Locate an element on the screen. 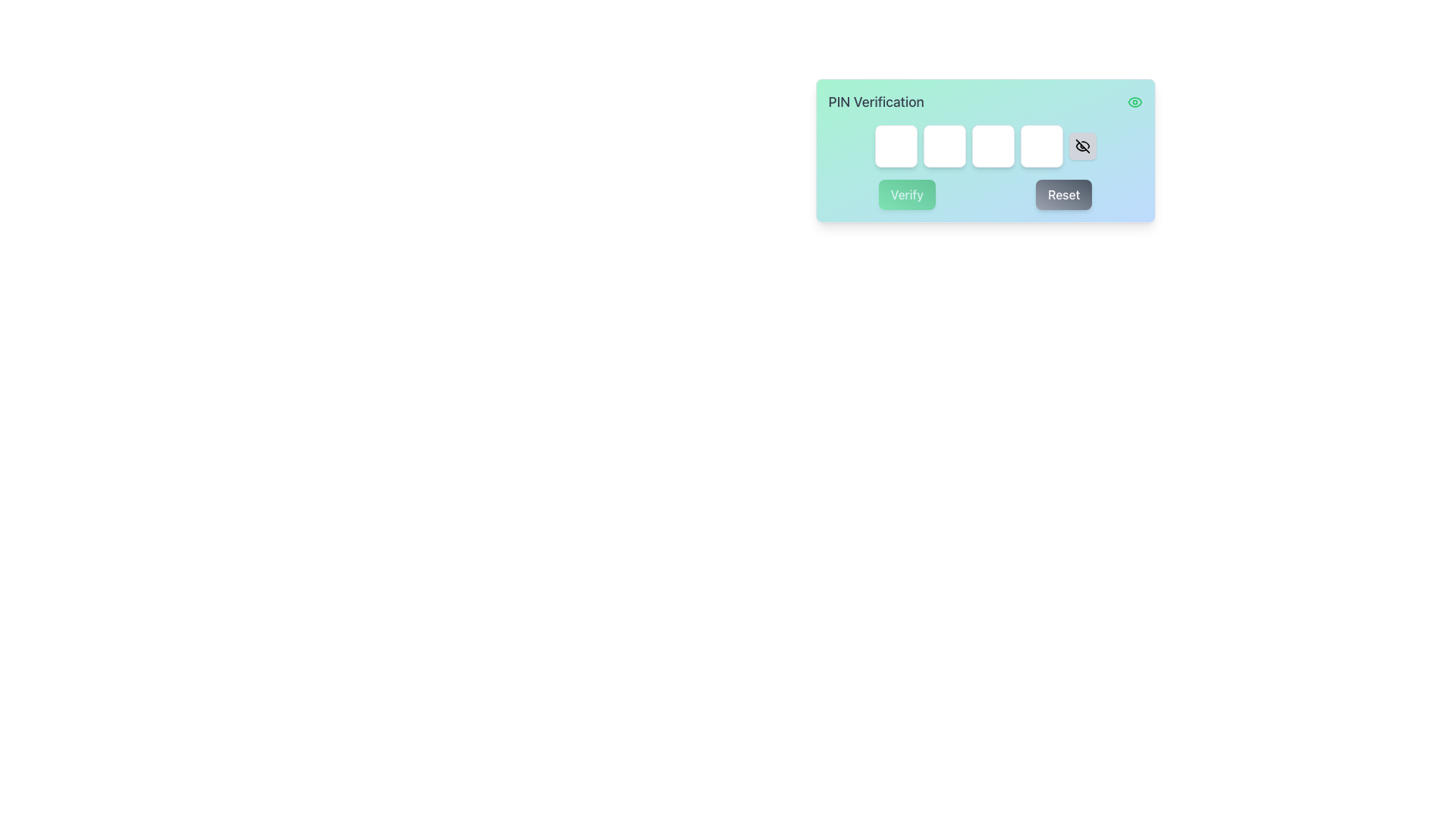 The width and height of the screenshot is (1456, 819). the green eye icon located at the far right side of the PIN Verification section is located at coordinates (1134, 102).